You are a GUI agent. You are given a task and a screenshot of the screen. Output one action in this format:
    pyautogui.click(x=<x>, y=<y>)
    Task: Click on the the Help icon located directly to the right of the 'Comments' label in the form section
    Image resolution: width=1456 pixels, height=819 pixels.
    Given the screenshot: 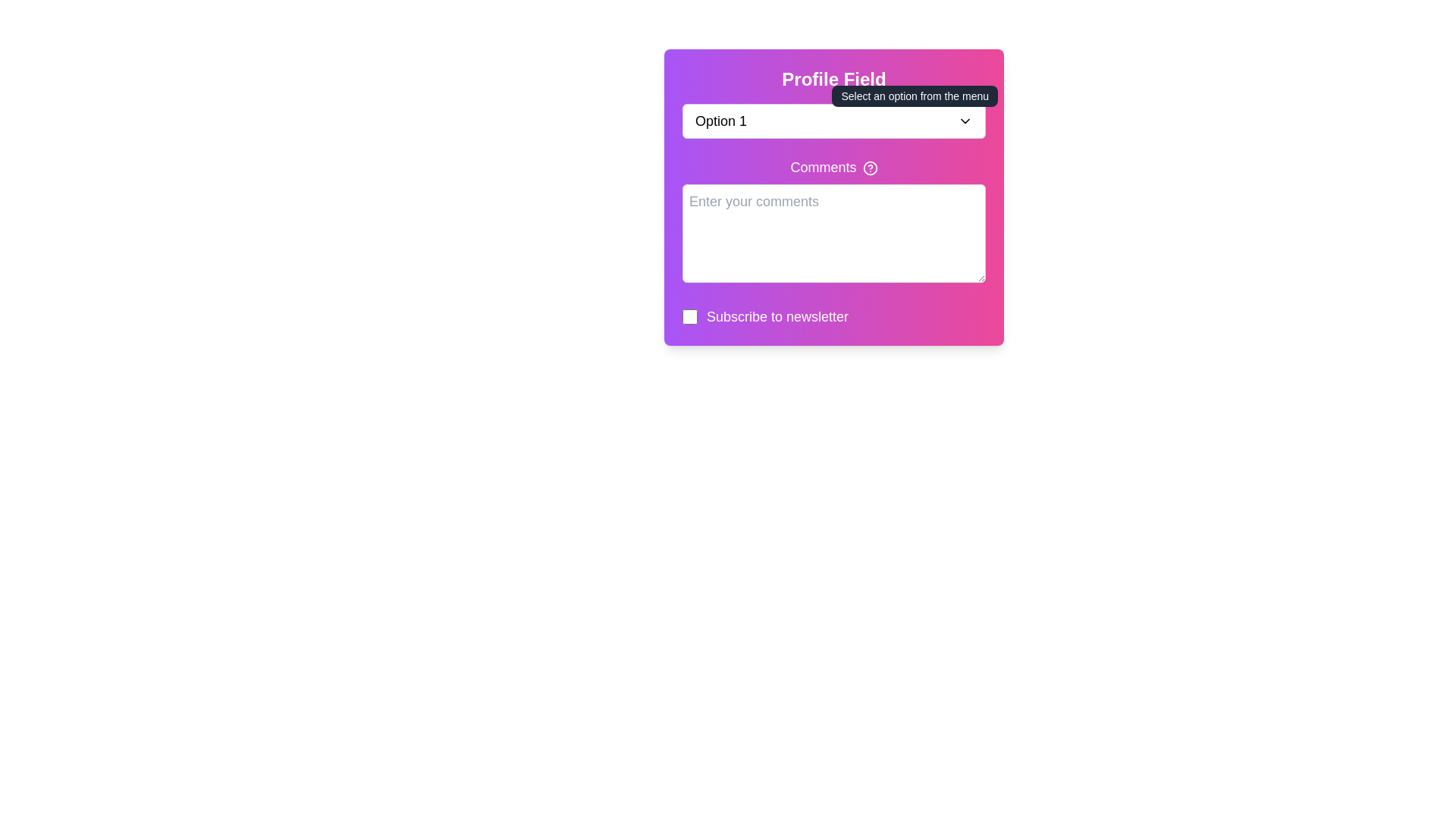 What is the action you would take?
    pyautogui.click(x=870, y=168)
    